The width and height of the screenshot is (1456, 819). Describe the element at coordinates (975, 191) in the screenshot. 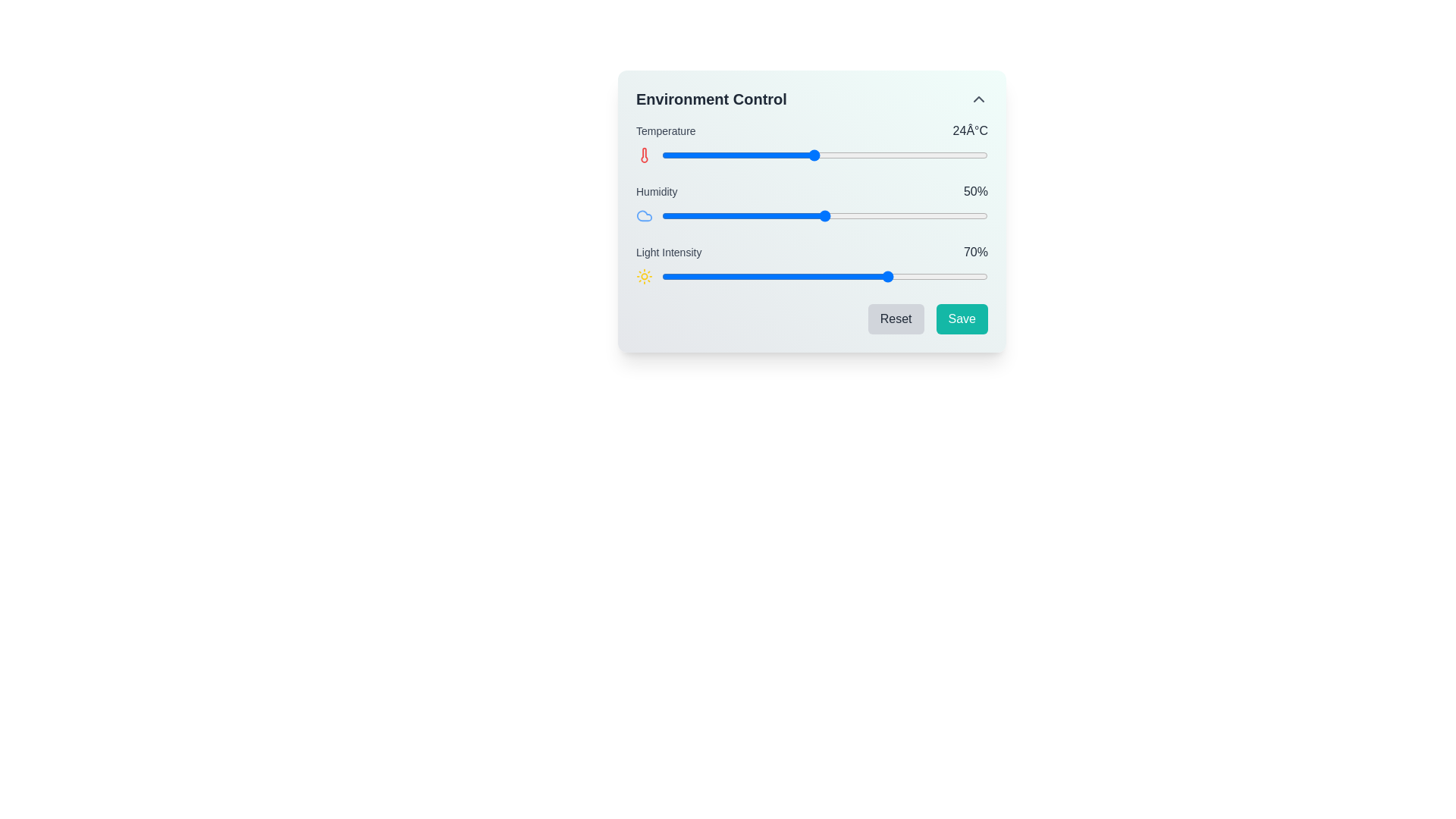

I see `the text label displaying '50%' which is positioned next to the 'Humidity' label in the 'Environment Control' section` at that location.